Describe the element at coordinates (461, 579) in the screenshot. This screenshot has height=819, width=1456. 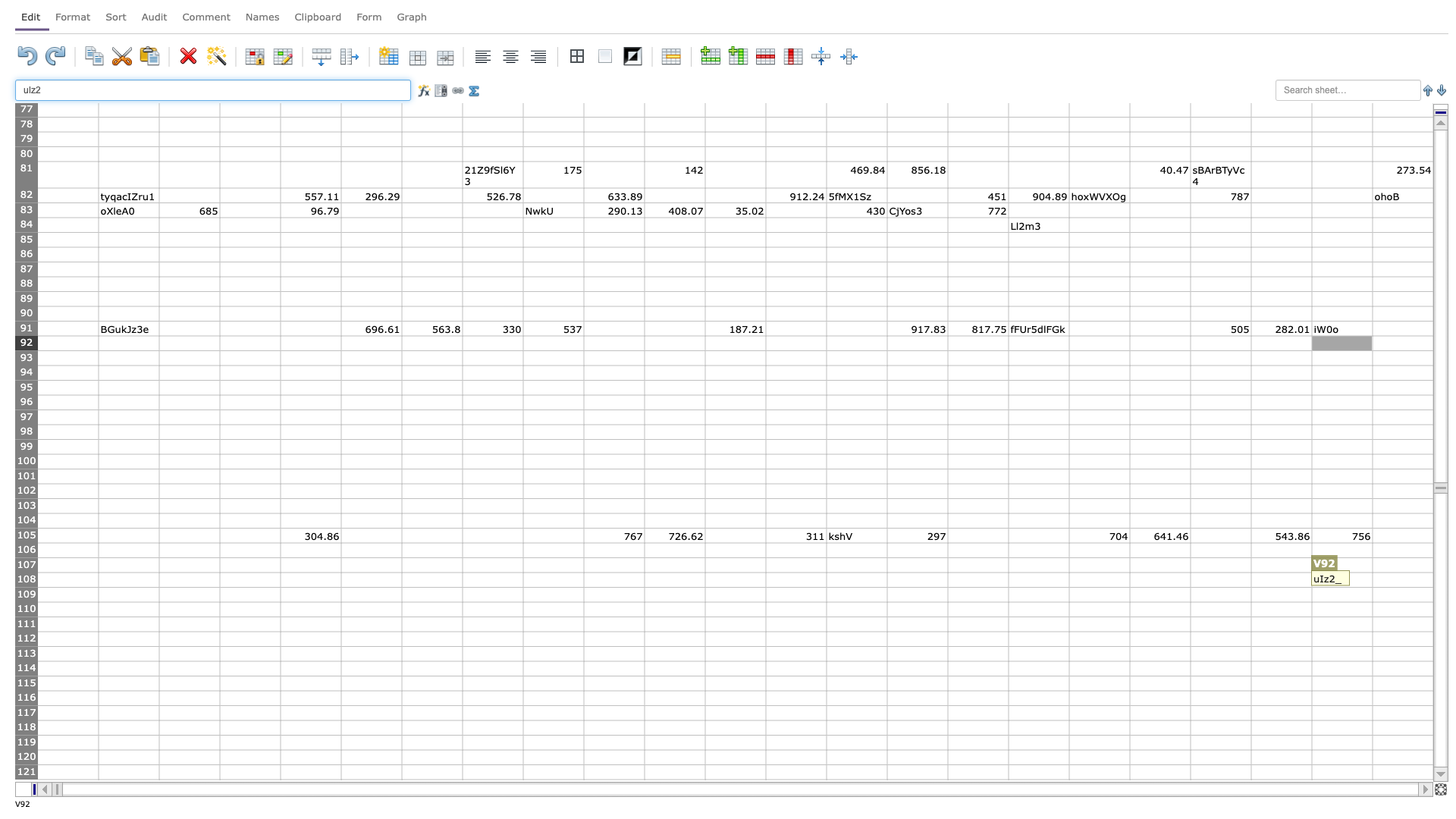
I see `right edge of G108` at that location.